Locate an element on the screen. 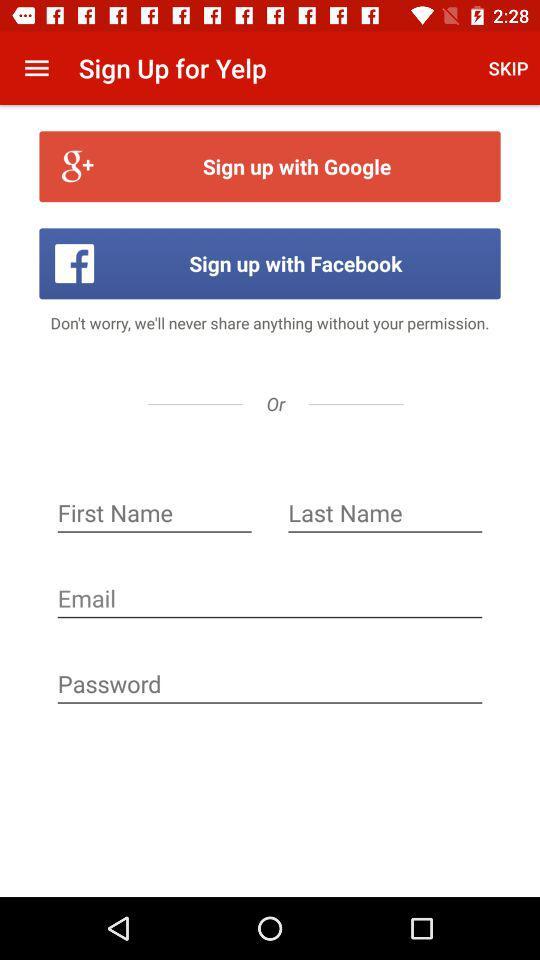 The image size is (540, 960). icon above sign up with icon is located at coordinates (508, 68).